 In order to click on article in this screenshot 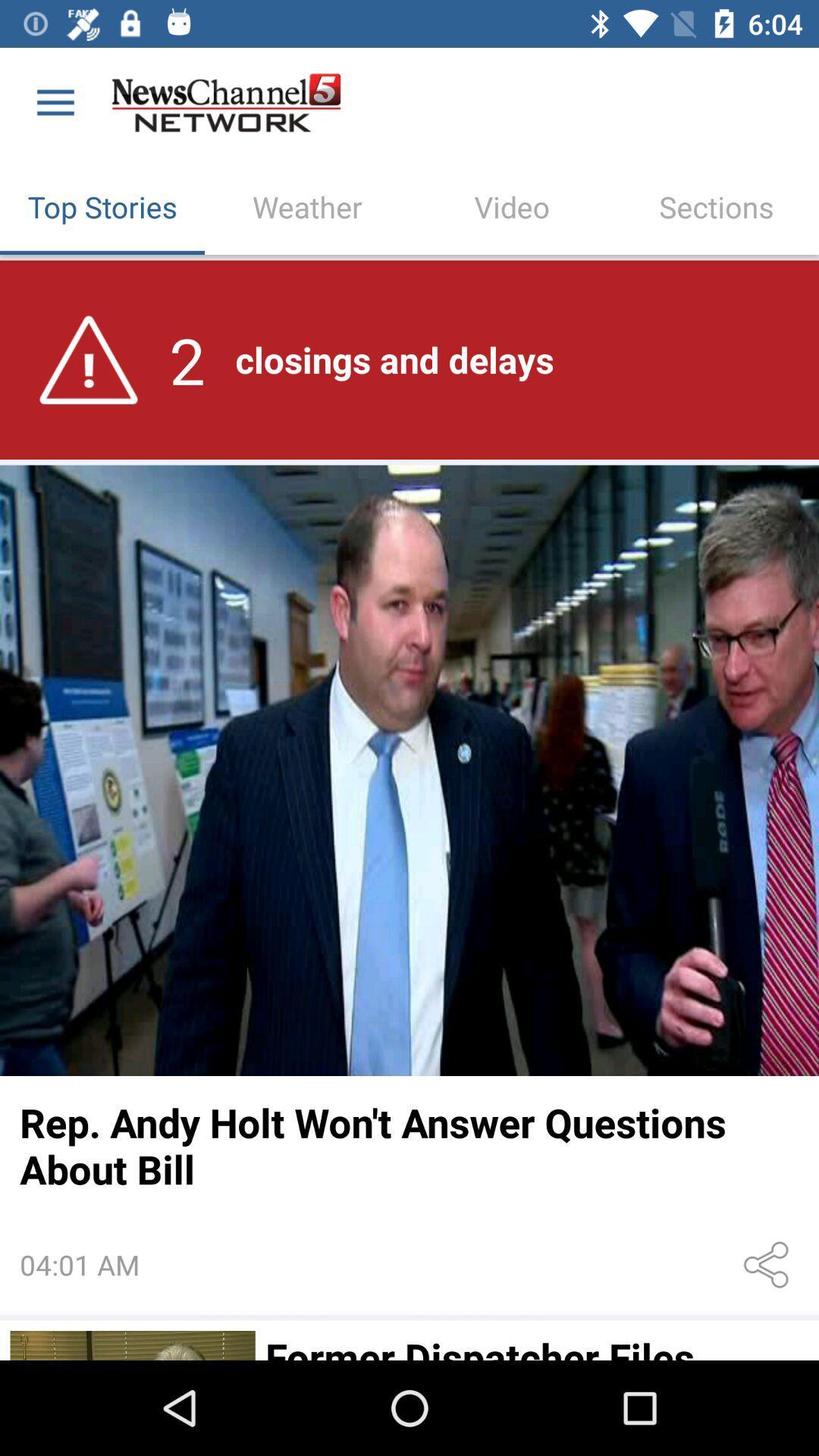, I will do `click(132, 1345)`.